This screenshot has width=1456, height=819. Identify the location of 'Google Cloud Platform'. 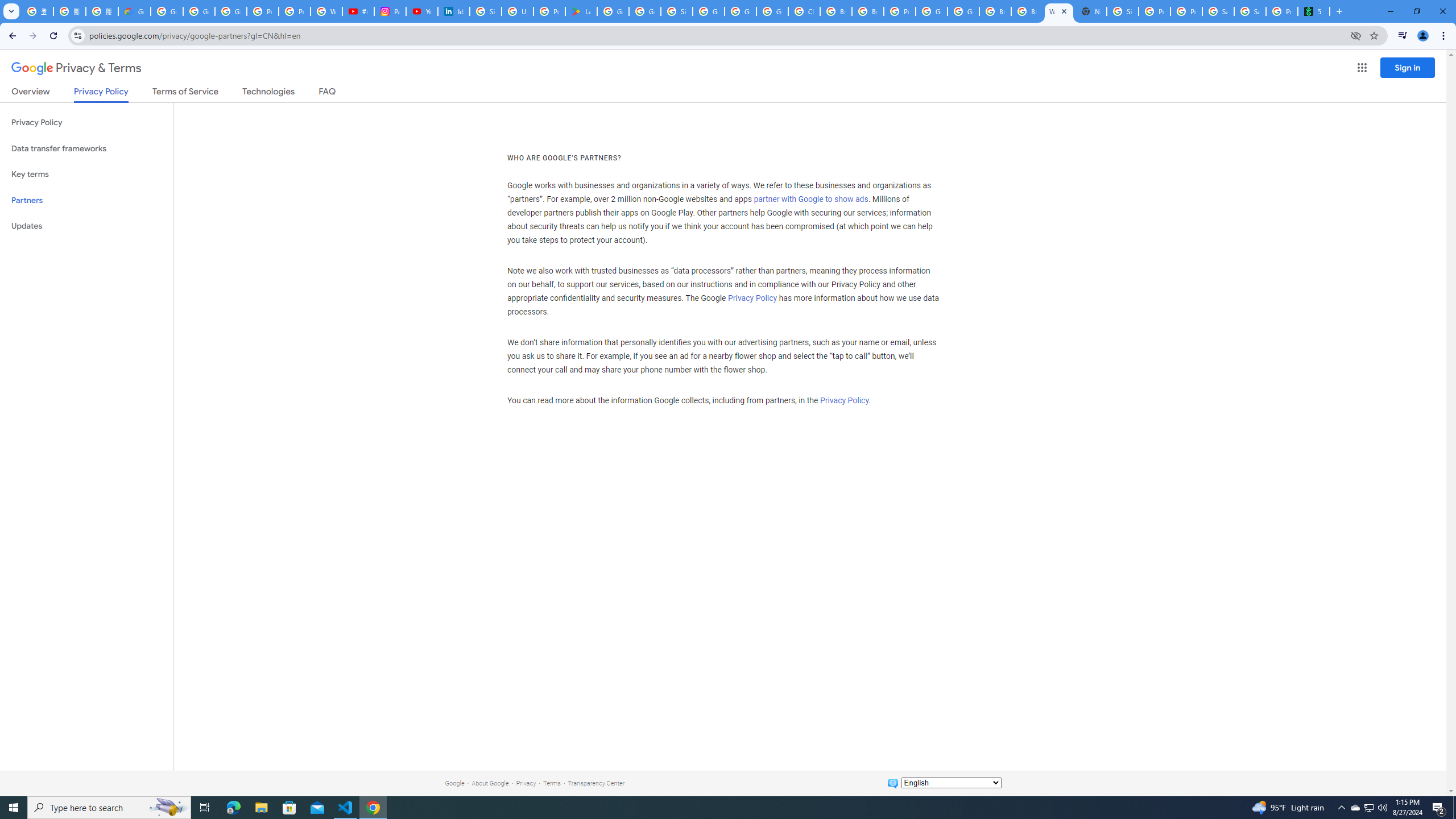
(962, 11).